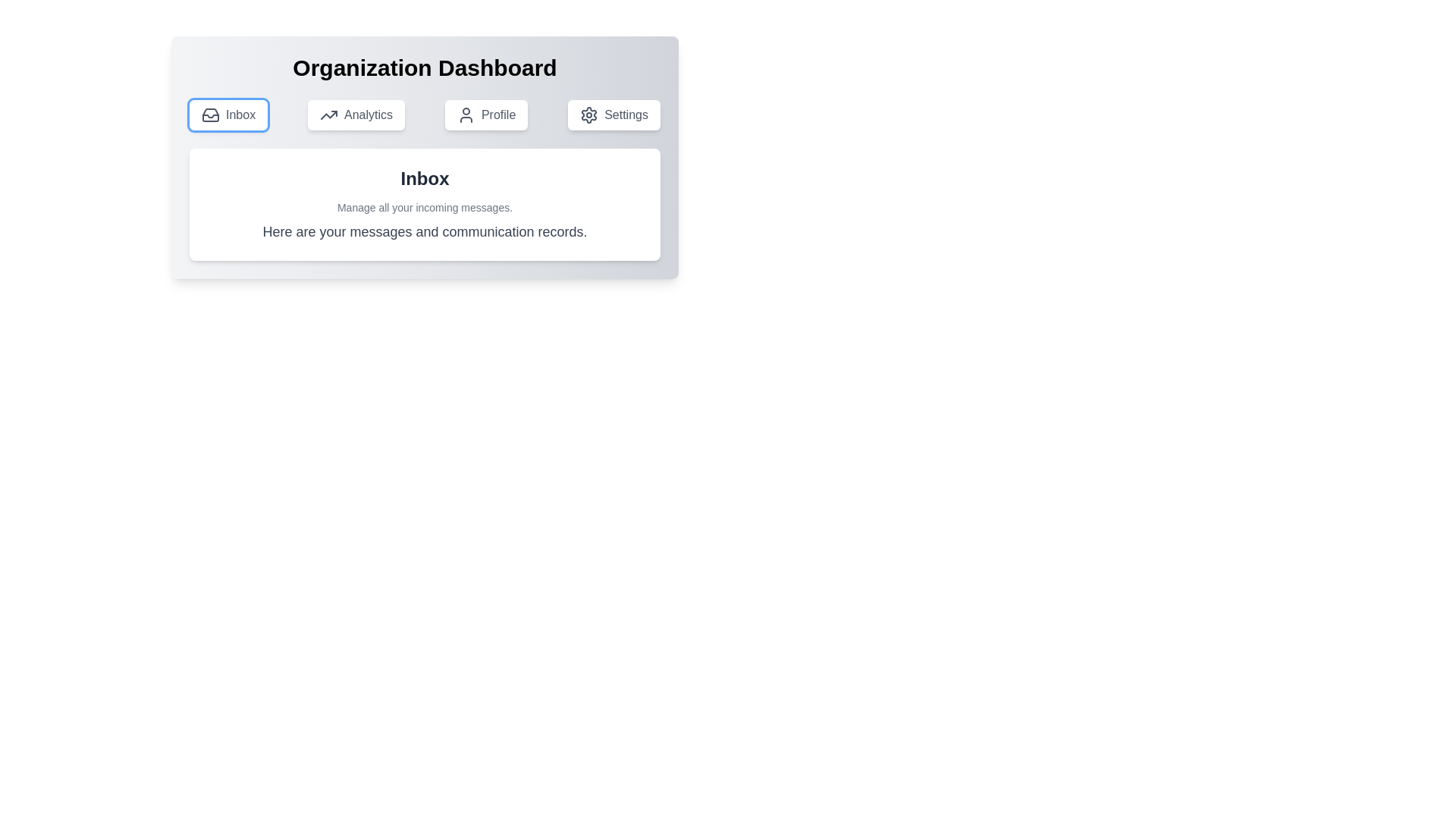 The height and width of the screenshot is (819, 1456). Describe the element at coordinates (588, 114) in the screenshot. I see `the 'Settings' icon located in the top-right segment of the interface` at that location.